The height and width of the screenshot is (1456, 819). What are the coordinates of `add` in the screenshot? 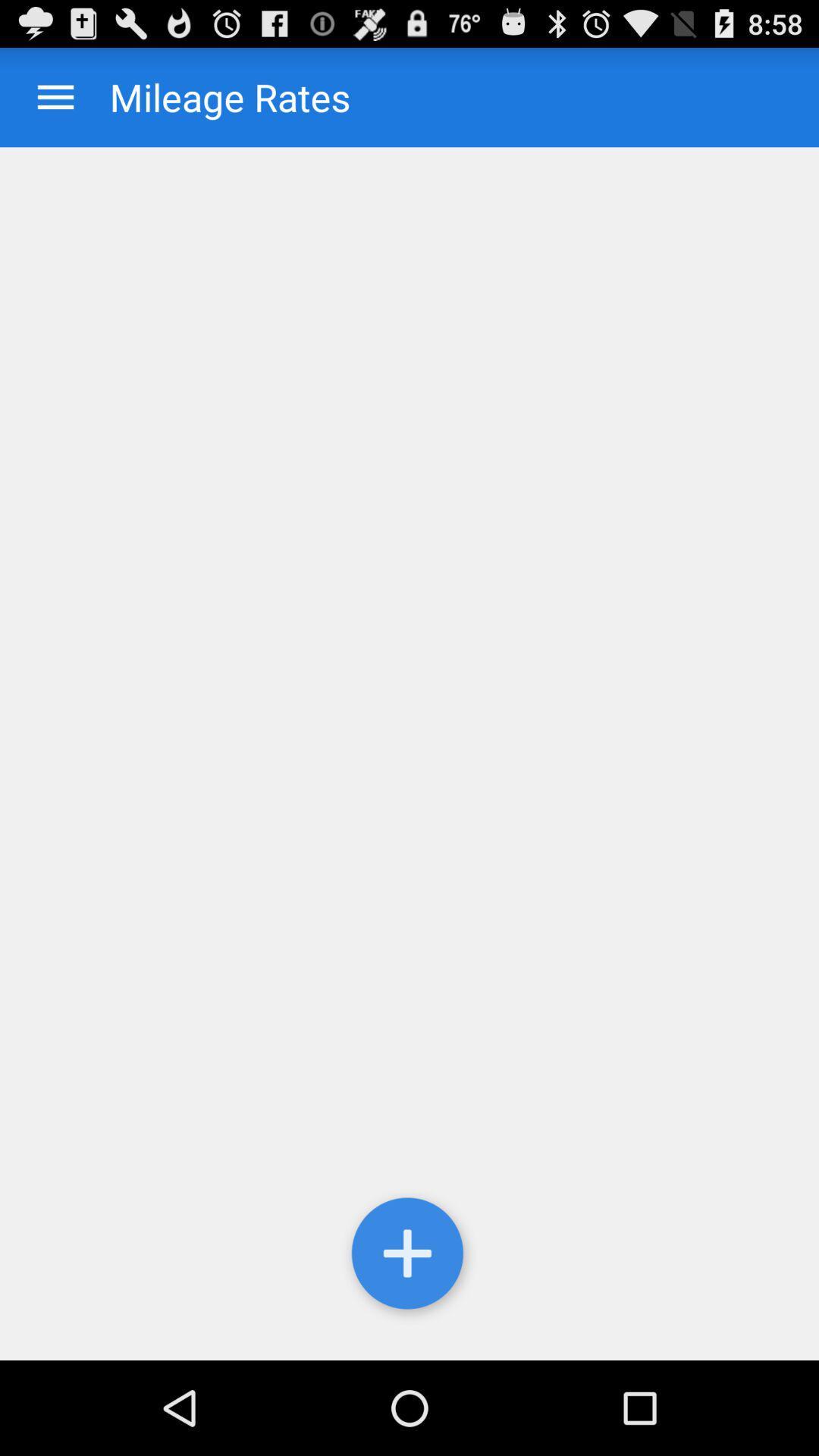 It's located at (409, 1257).